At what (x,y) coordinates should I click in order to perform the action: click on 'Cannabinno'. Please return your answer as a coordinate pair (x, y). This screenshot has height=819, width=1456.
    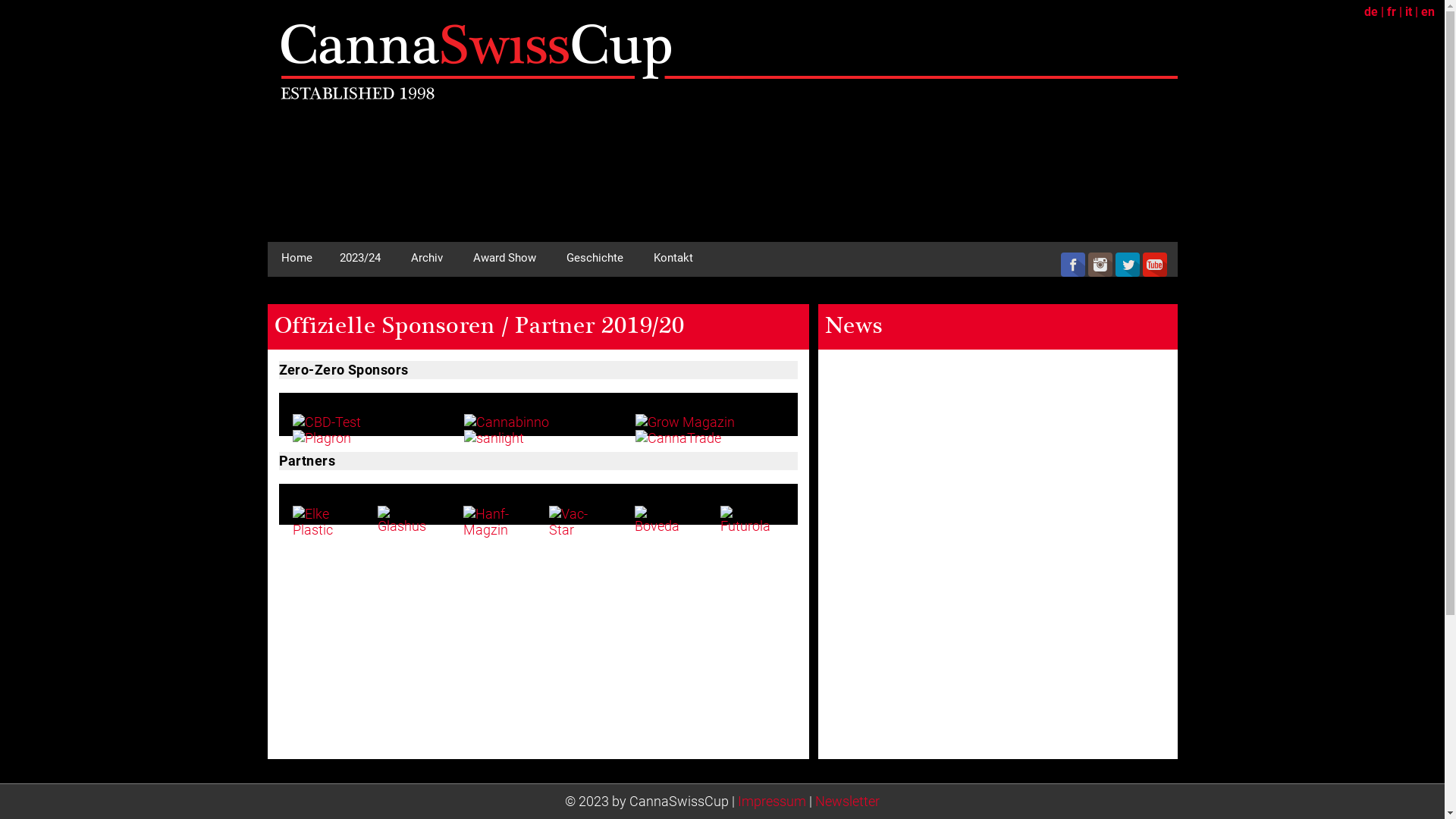
    Looking at the image, I should click on (506, 422).